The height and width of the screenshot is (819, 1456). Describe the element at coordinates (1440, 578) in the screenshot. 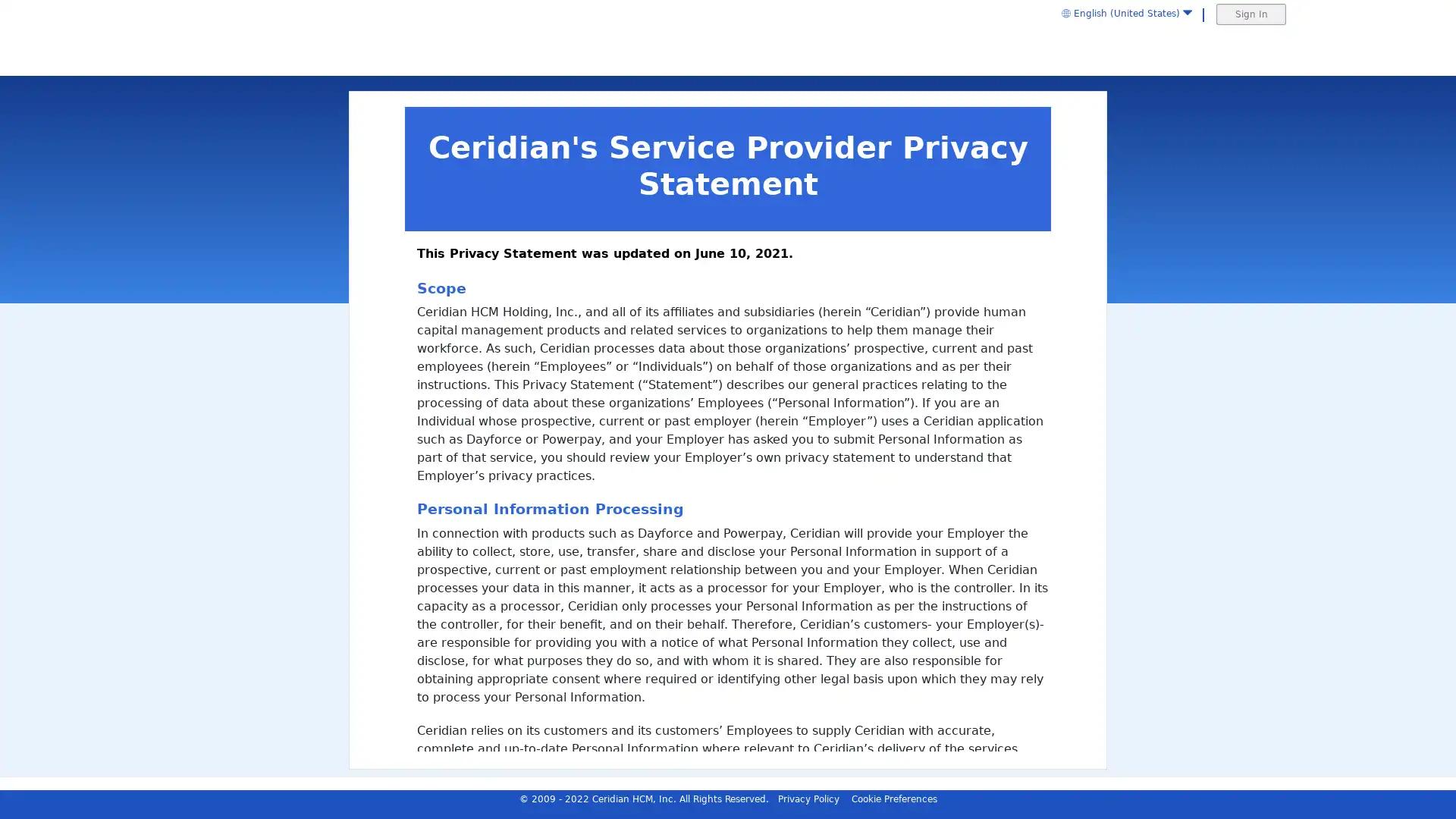

I see `Cancel` at that location.